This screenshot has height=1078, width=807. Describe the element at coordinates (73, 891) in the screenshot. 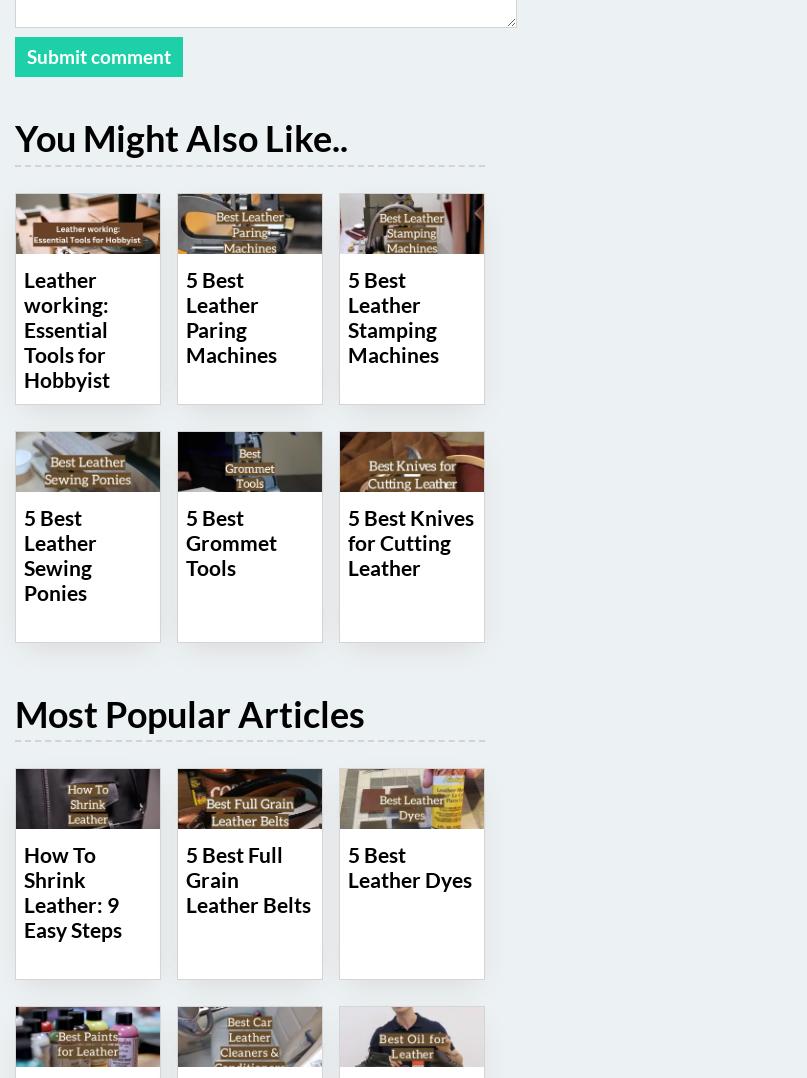

I see `'How To Shrink Leather: 9 Easy Steps'` at that location.